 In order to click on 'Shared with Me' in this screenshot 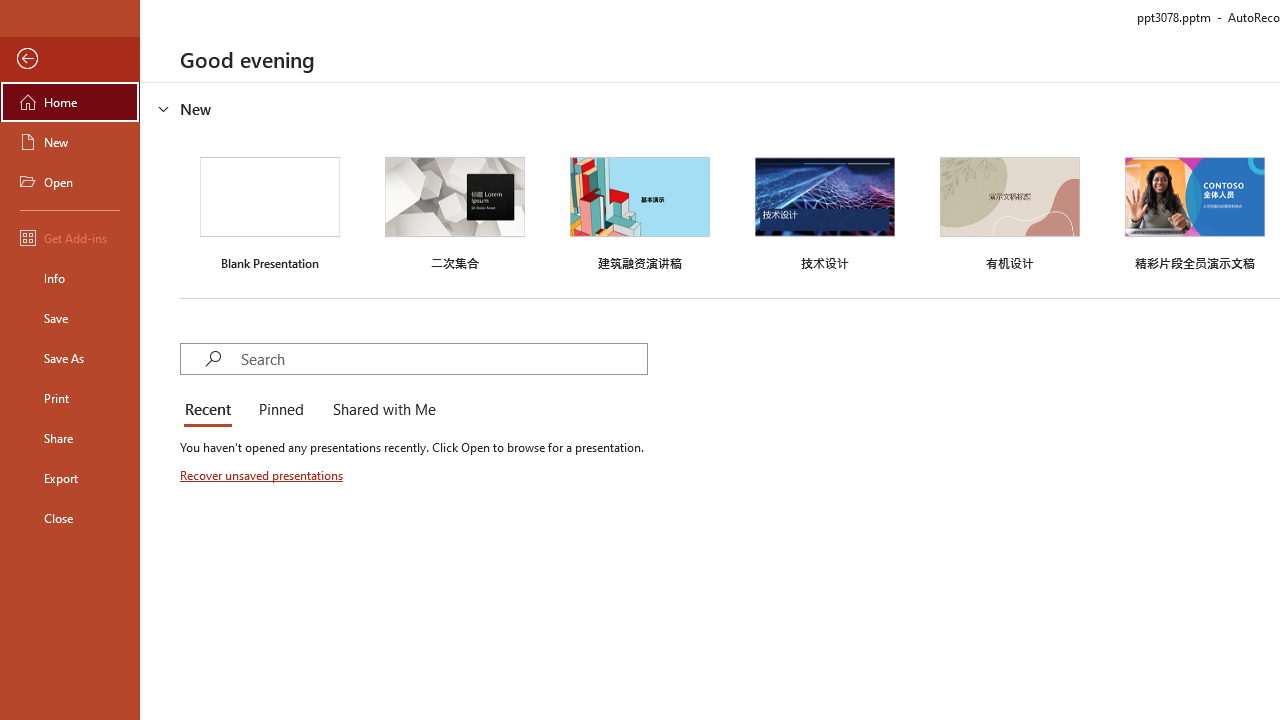, I will do `click(380, 410)`.